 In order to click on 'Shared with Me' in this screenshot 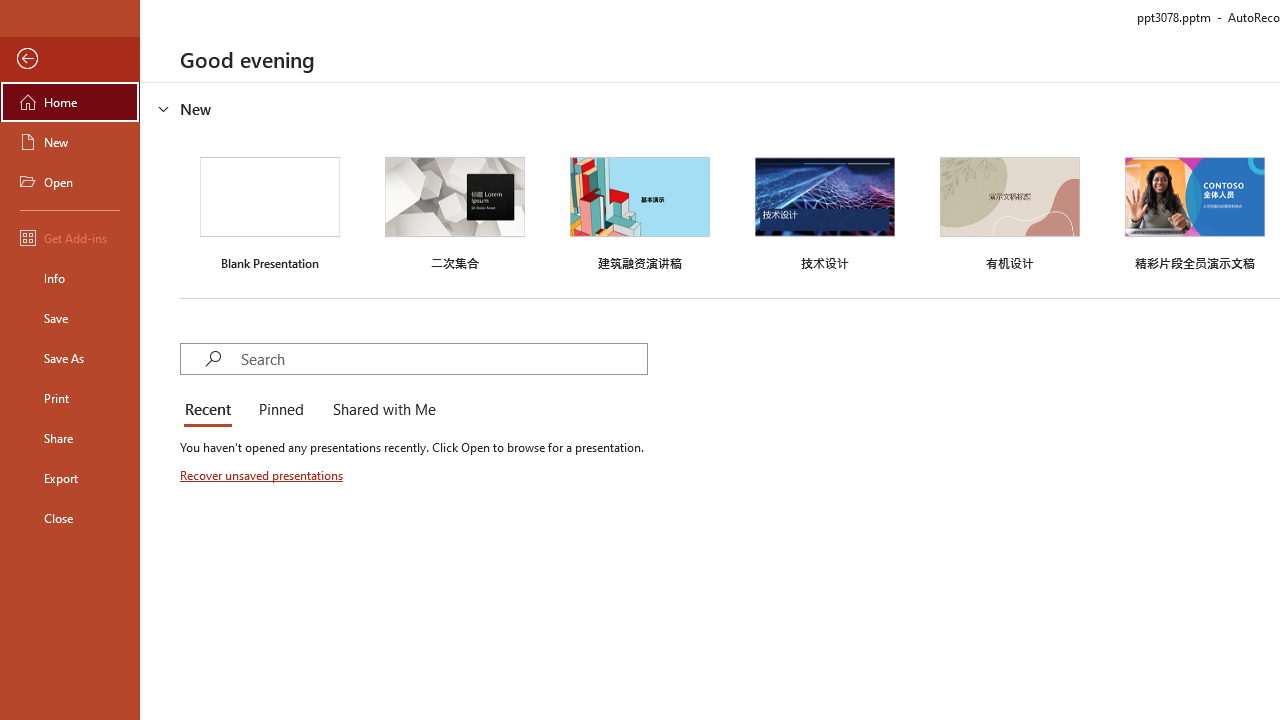, I will do `click(380, 410)`.